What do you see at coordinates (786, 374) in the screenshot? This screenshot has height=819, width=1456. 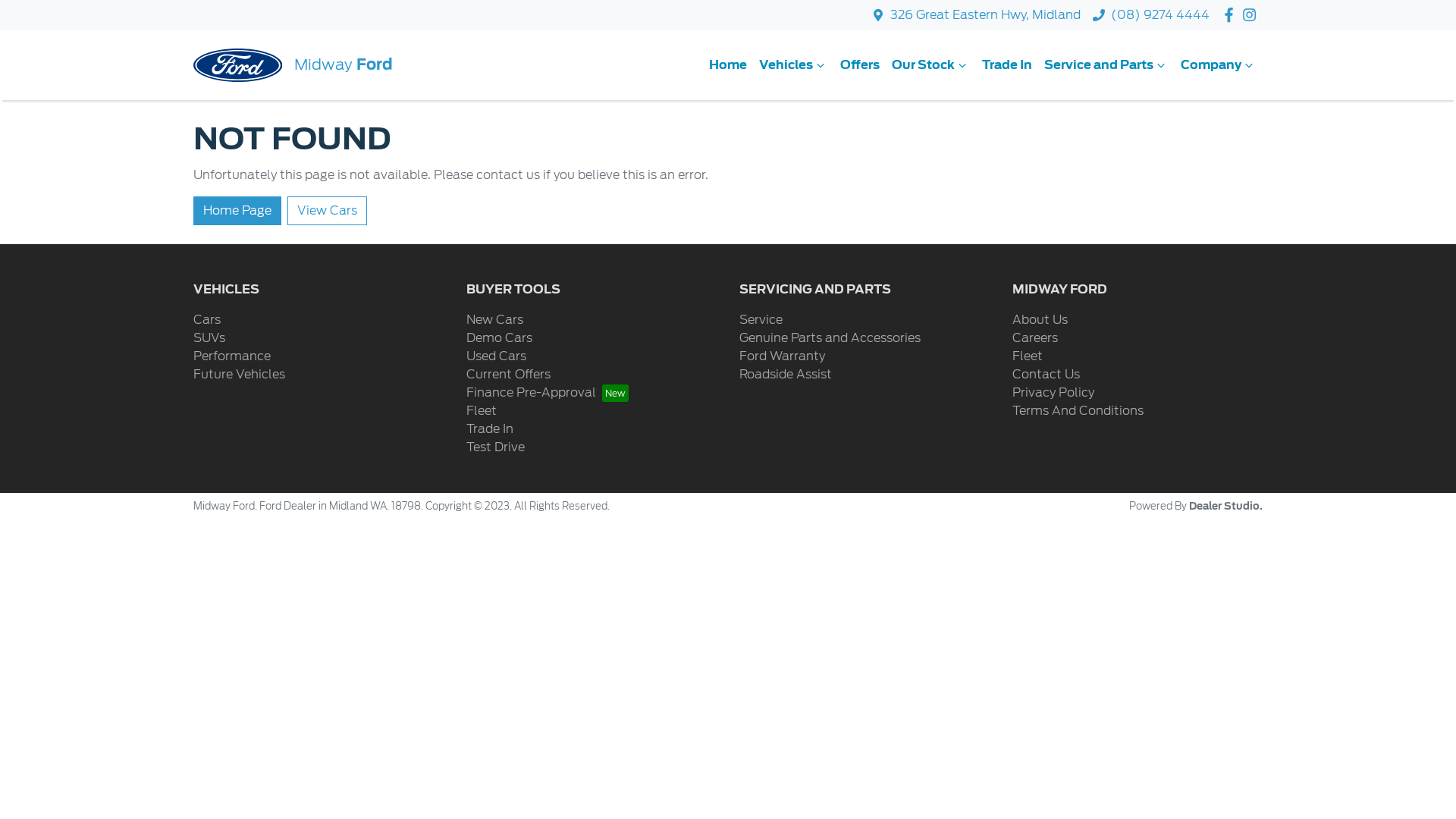 I see `'Roadside Assist'` at bounding box center [786, 374].